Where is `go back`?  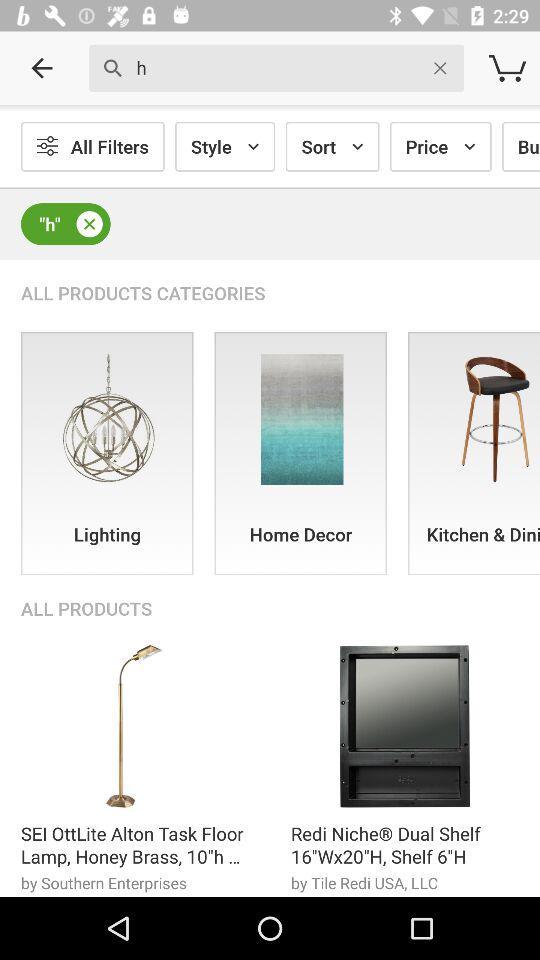 go back is located at coordinates (42, 68).